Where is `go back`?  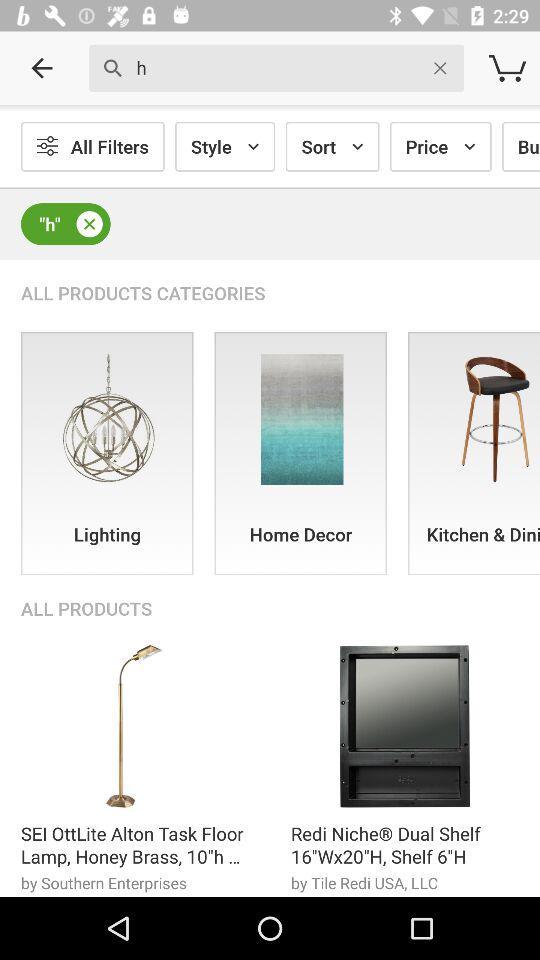 go back is located at coordinates (42, 68).